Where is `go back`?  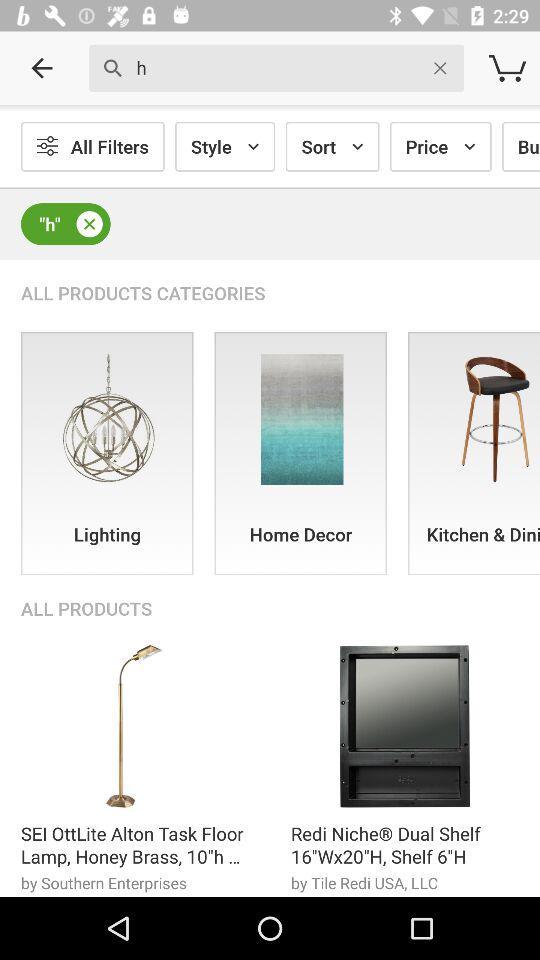 go back is located at coordinates (42, 68).